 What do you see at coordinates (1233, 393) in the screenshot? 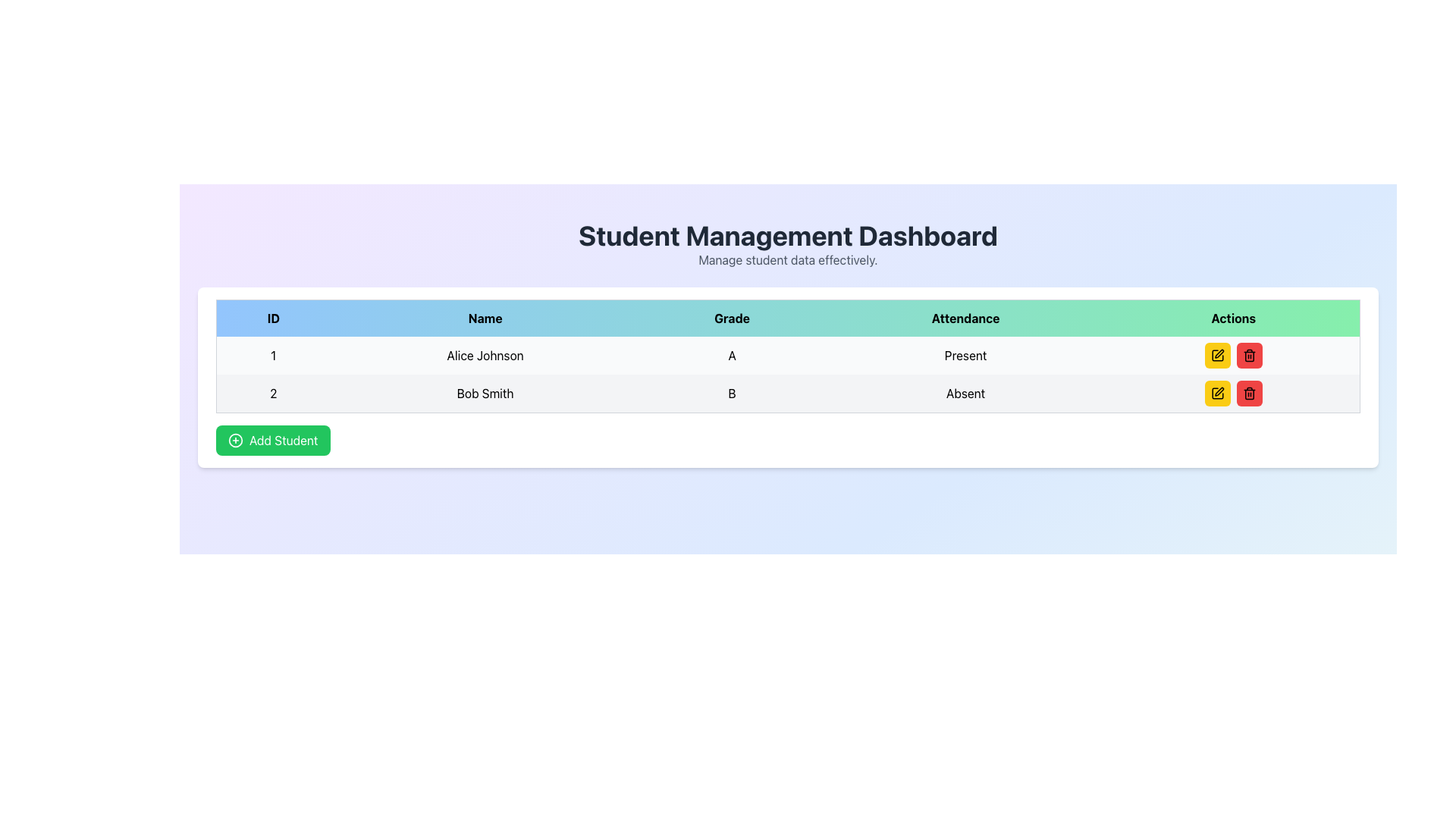
I see `the edit button, which is represented by a yellow background and a pen icon, located in the 'Actions' column for 'Bob Smith' with ID '2'` at bounding box center [1233, 393].